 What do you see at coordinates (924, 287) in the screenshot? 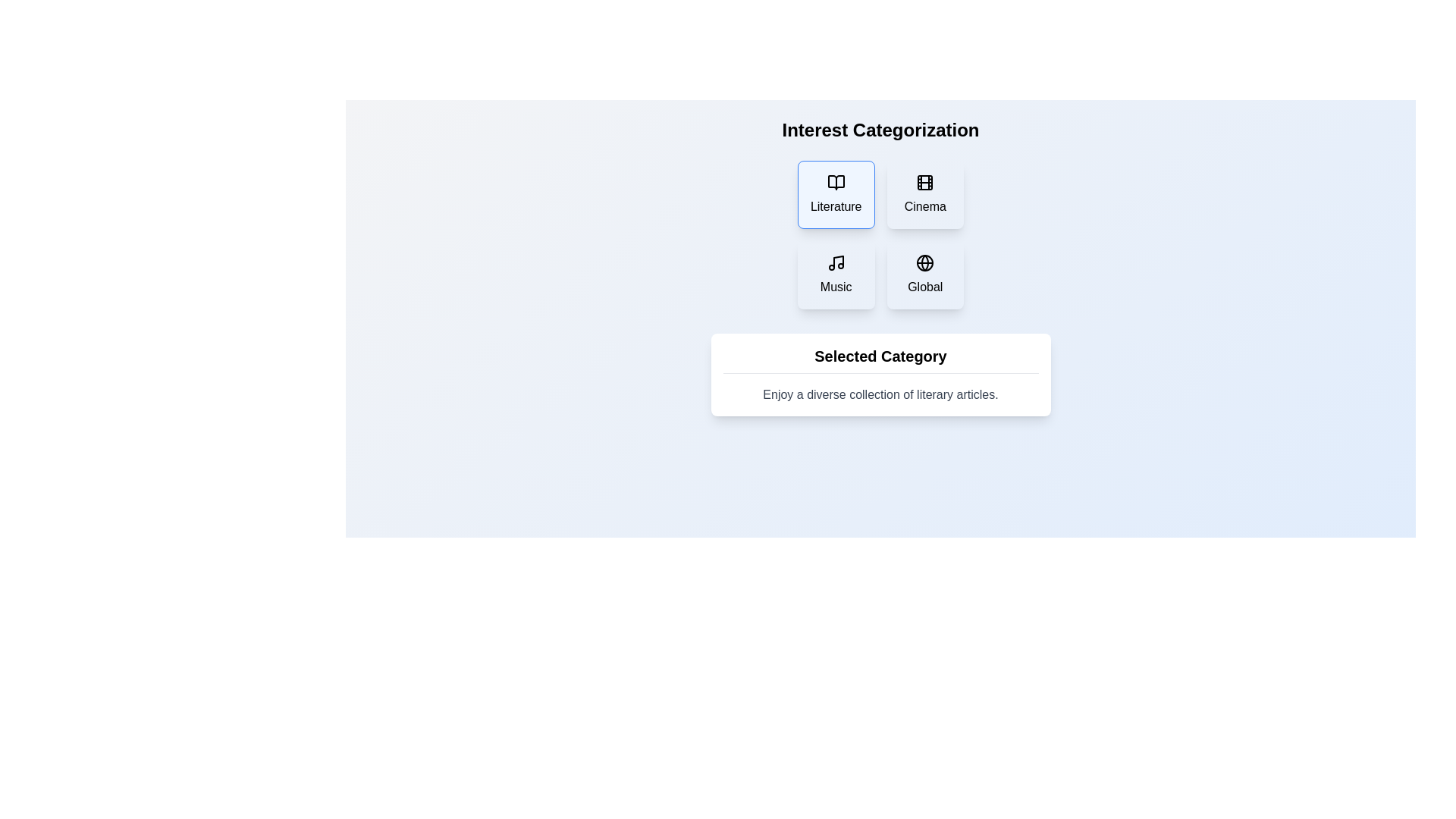
I see `the text label indicating 'Global' aspects located in the bottom-right card of a four-card grid layout, positioned below the globe icon` at bounding box center [924, 287].